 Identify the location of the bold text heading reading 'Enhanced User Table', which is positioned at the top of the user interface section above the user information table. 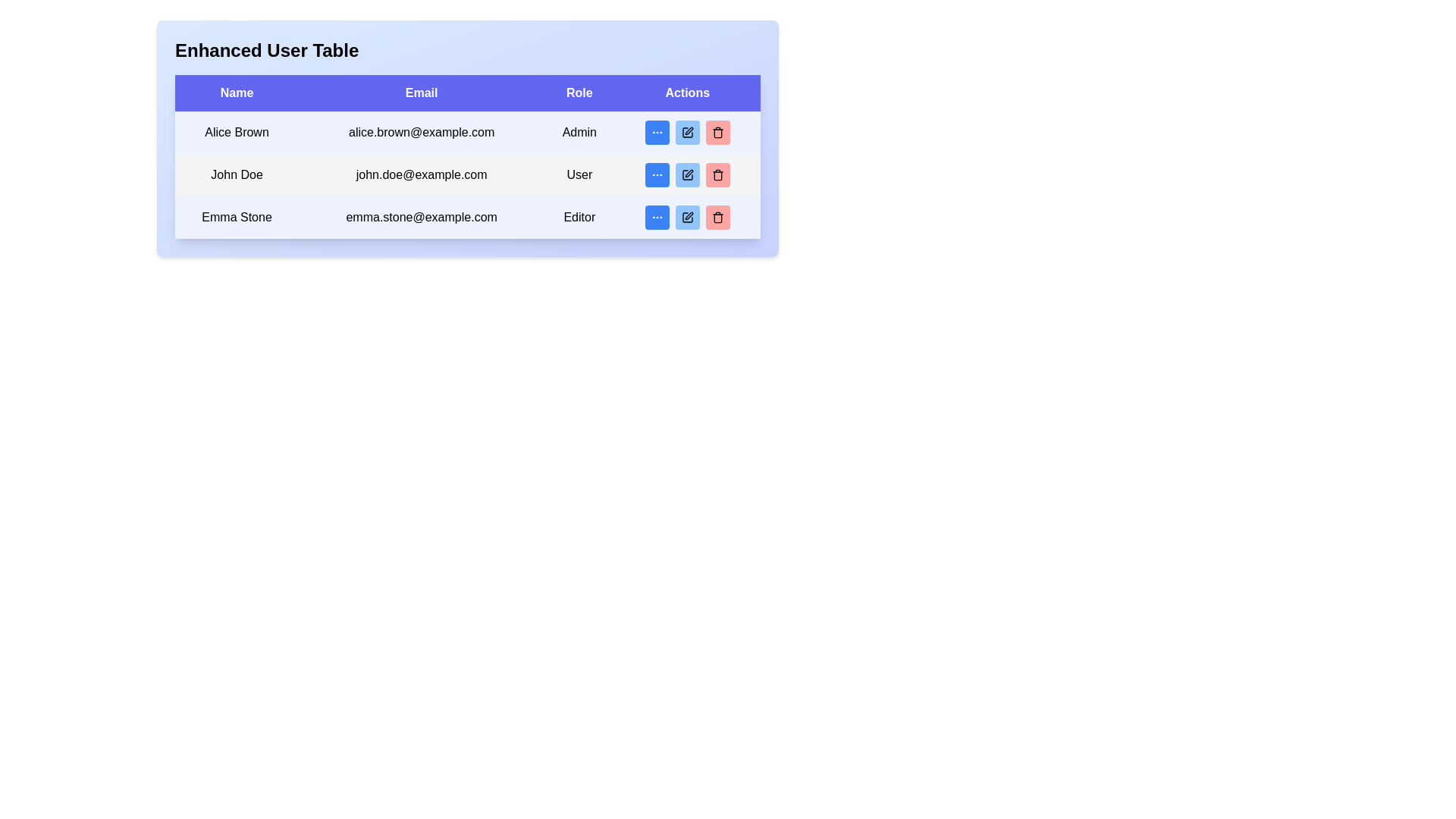
(267, 49).